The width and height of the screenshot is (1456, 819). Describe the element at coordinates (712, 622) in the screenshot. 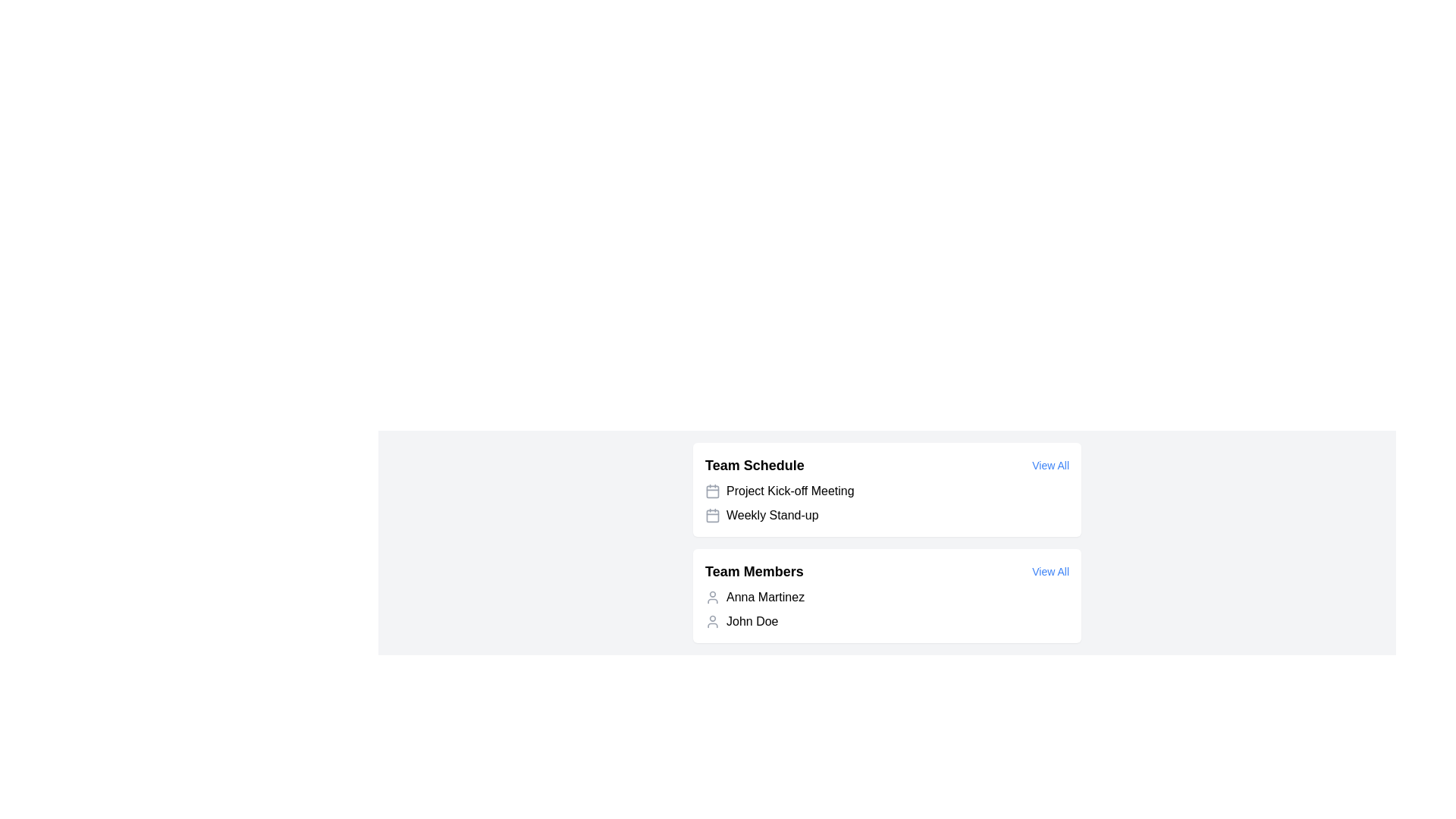

I see `the user icon representing 'John Doe' located to the immediate left of the text under the 'Team Members' section` at that location.